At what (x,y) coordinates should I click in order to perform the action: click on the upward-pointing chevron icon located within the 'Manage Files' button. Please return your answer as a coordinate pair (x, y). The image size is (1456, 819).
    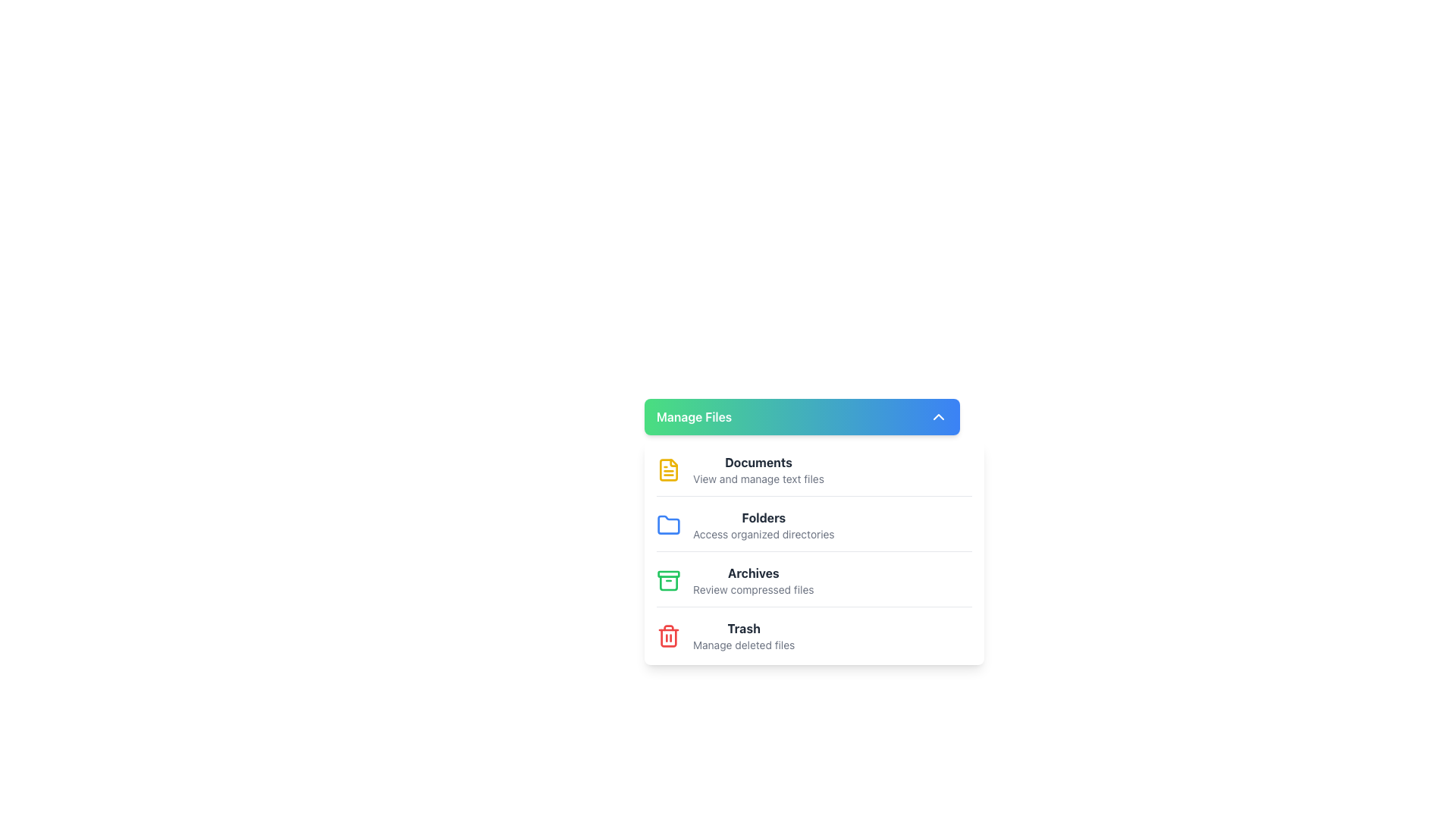
    Looking at the image, I should click on (938, 417).